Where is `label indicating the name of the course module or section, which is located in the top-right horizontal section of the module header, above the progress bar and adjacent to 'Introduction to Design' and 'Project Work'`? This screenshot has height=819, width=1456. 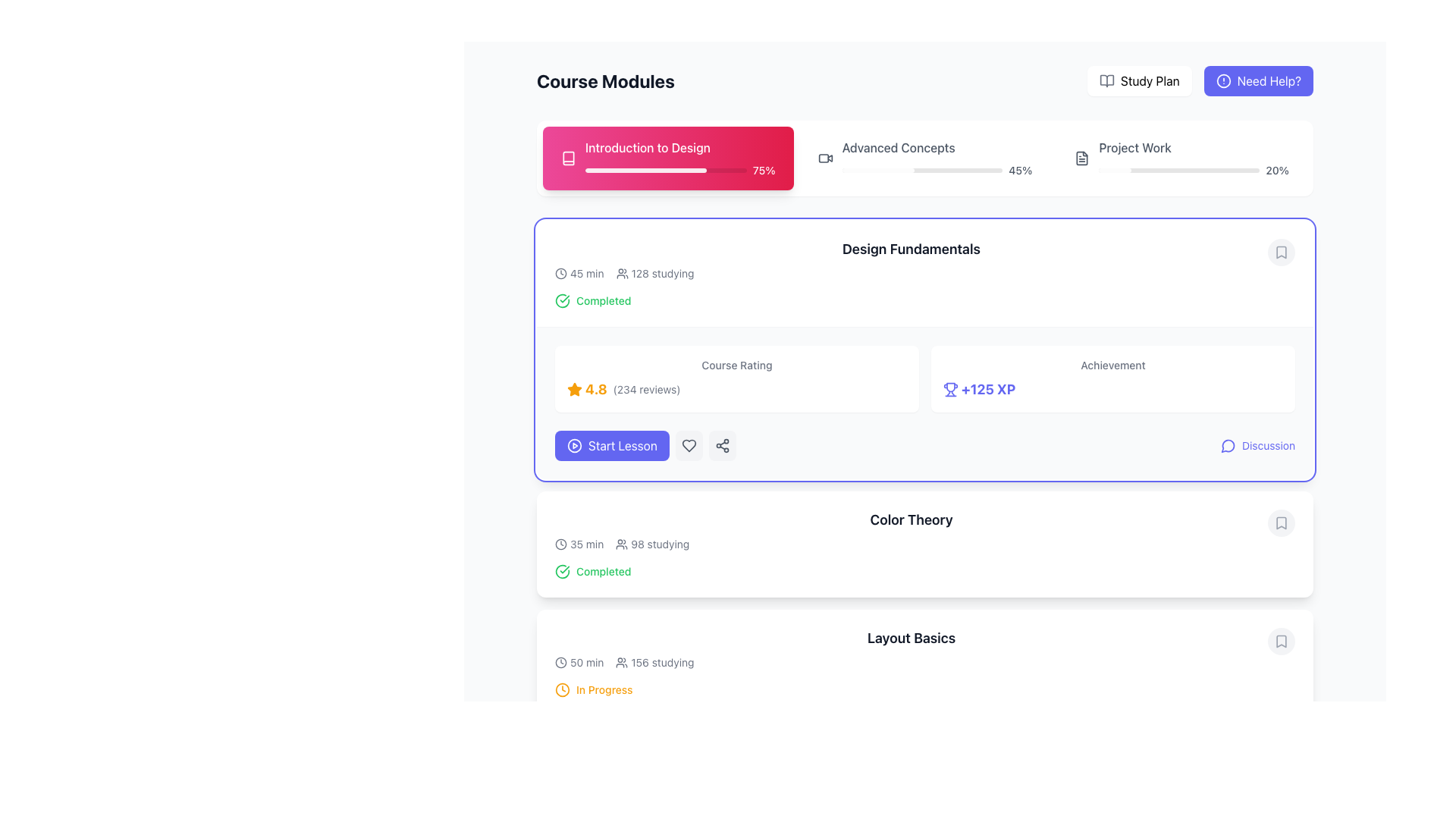 label indicating the name of the course module or section, which is located in the top-right horizontal section of the module header, above the progress bar and adjacent to 'Introduction to Design' and 'Project Work' is located at coordinates (937, 148).